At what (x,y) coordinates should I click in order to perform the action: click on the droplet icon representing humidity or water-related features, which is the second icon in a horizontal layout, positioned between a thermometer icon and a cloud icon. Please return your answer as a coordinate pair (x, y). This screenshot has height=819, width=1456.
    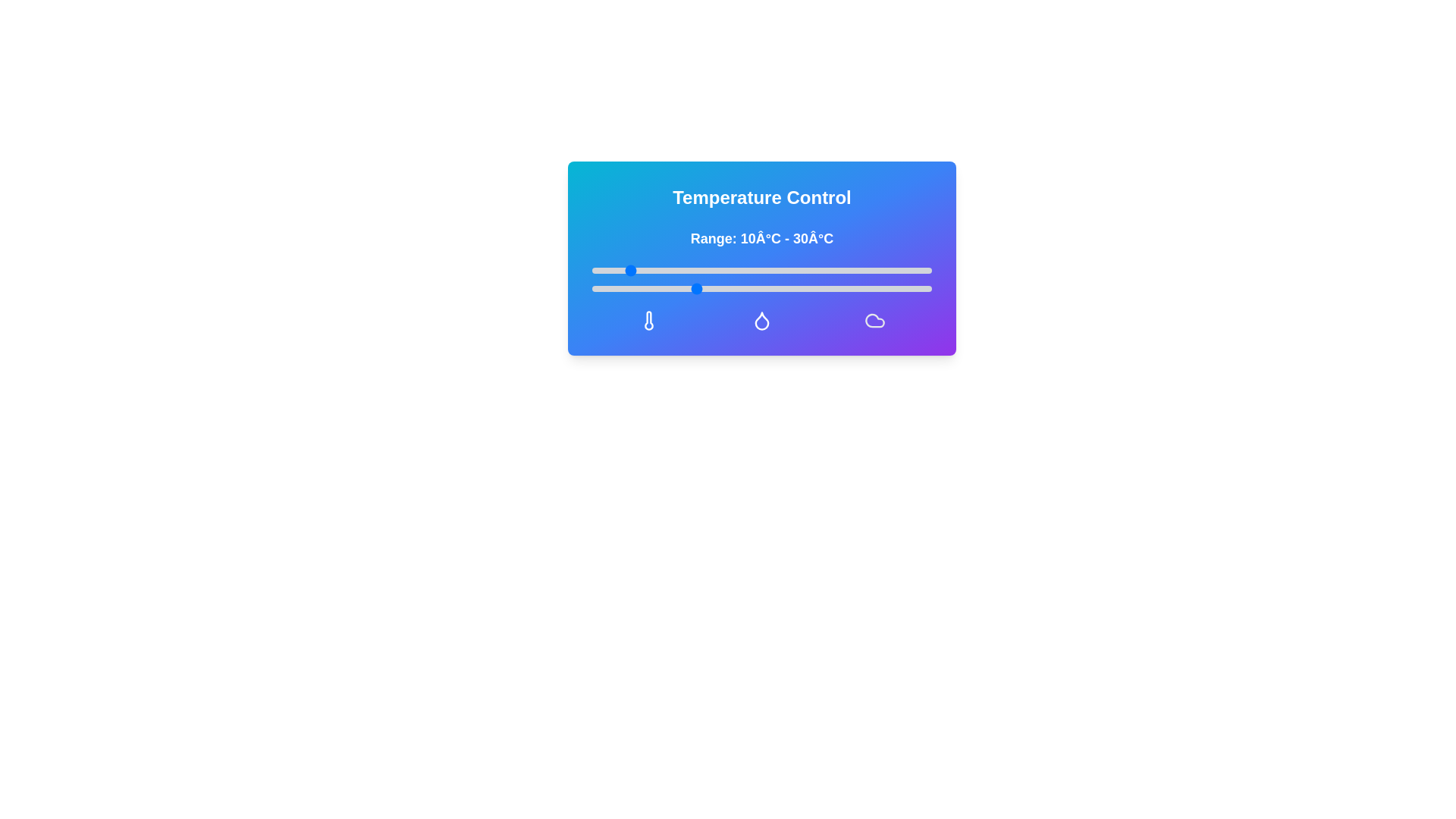
    Looking at the image, I should click on (761, 320).